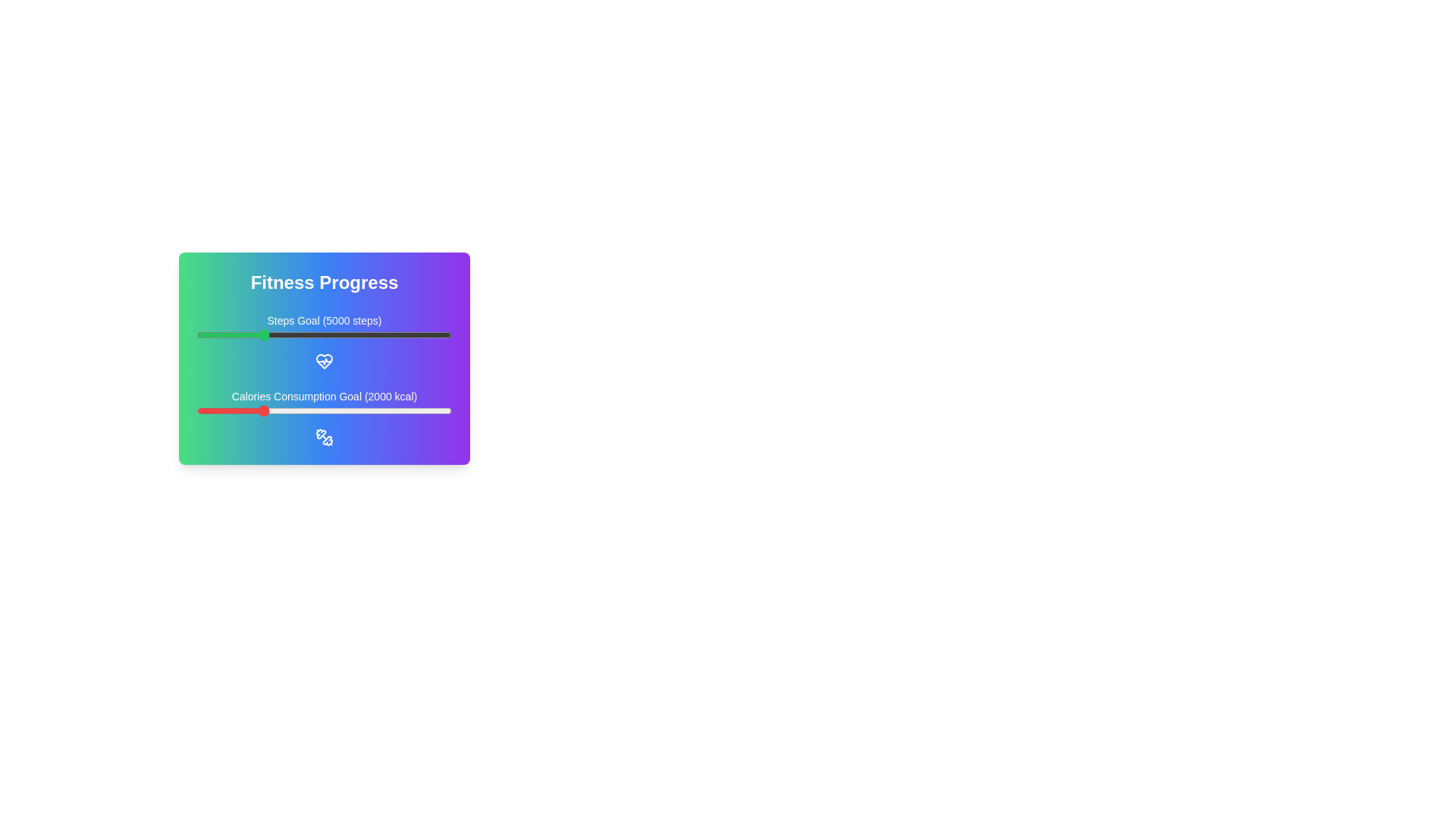 The image size is (1456, 819). Describe the element at coordinates (323, 418) in the screenshot. I see `the slider track of the 'Calories Consumption Goal (2000 kcal)' to jump to a specific value` at that location.